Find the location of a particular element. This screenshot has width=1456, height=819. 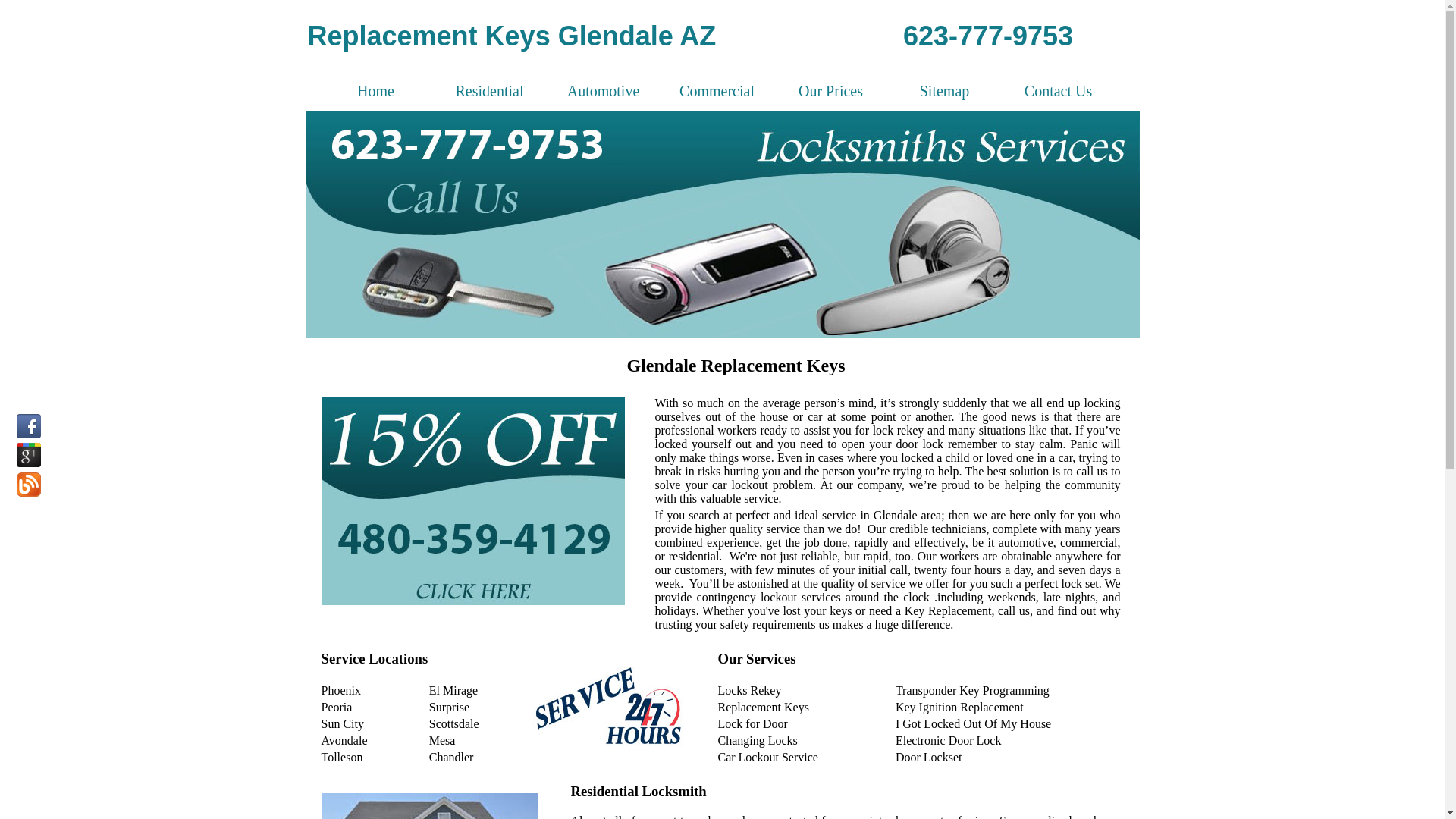

'Automotive' is located at coordinates (603, 91).